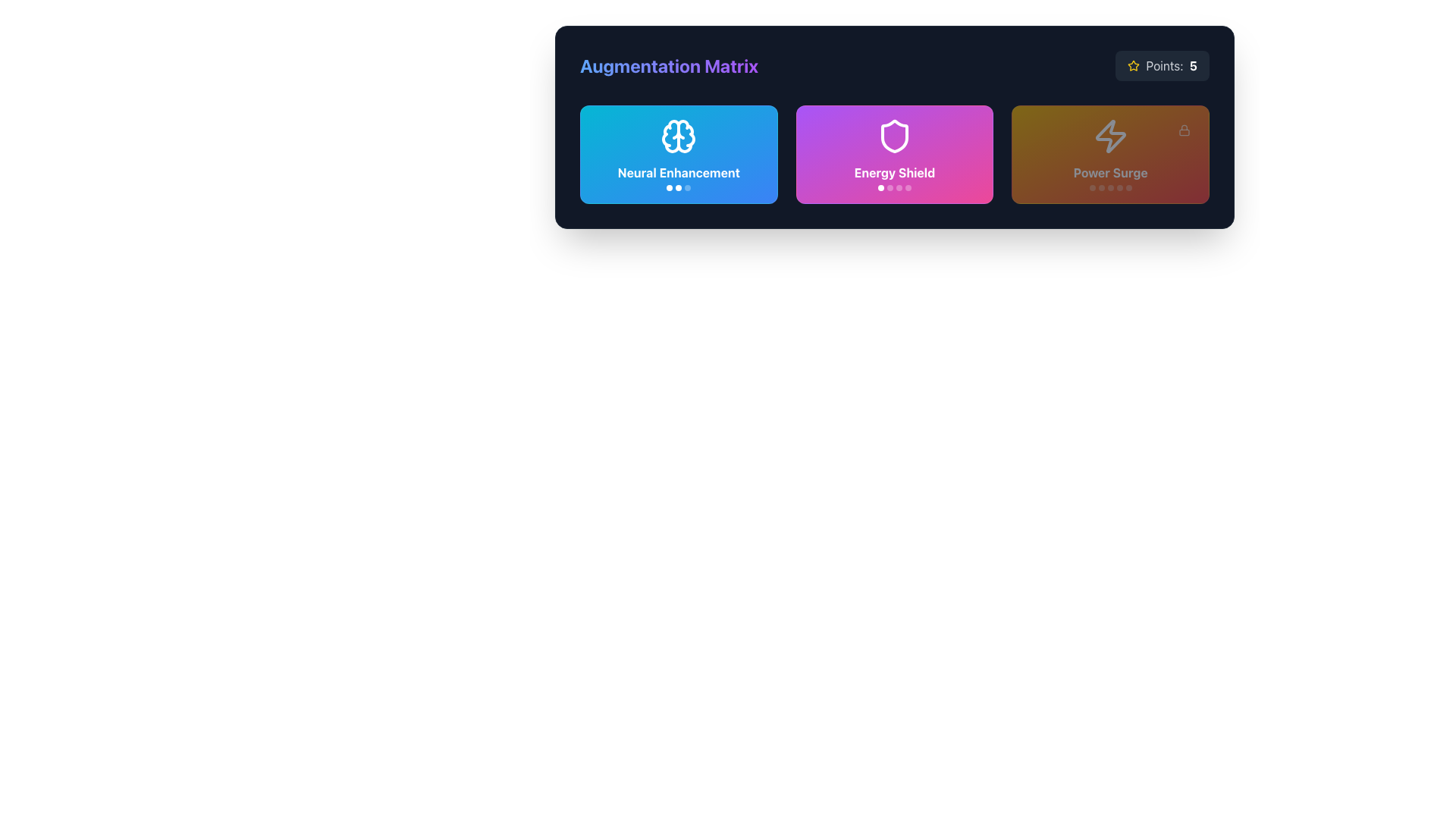  Describe the element at coordinates (895, 187) in the screenshot. I see `the Progress indicator for the 'Energy Shield' feature, which is centrally located beneath the title 'Energy Shield' within its card` at that location.